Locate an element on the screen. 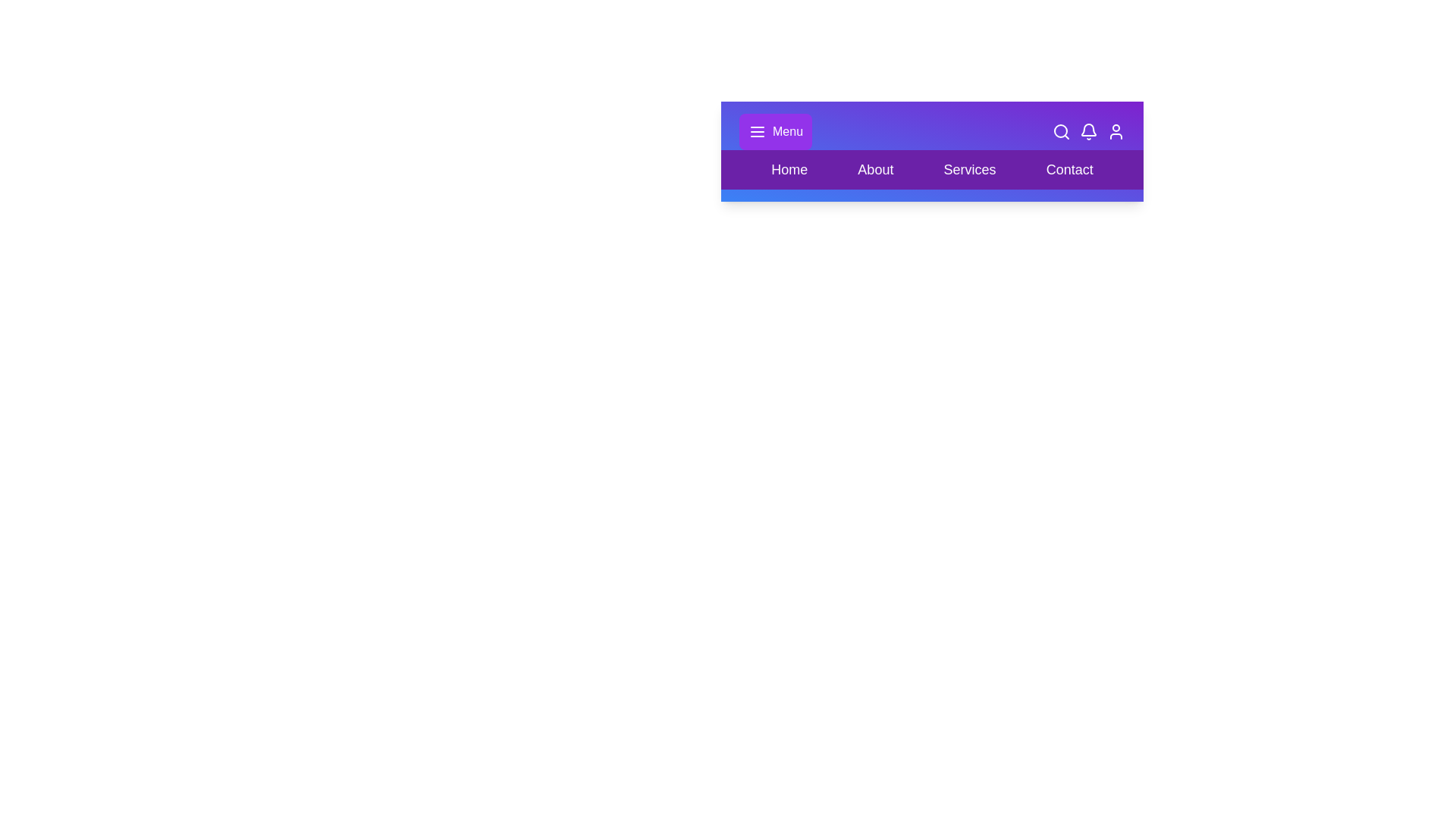 The image size is (1456, 819). the section labeled Contact in the layout is located at coordinates (1068, 169).